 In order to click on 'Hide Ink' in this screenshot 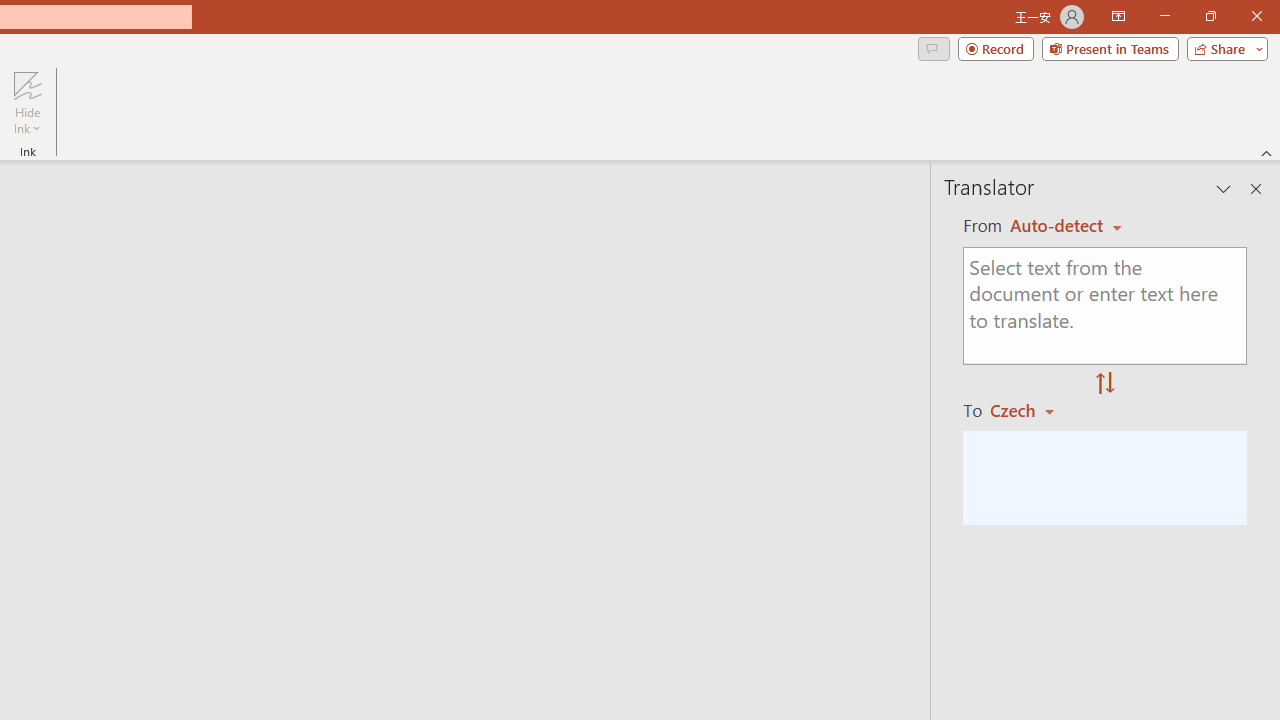, I will do `click(27, 84)`.